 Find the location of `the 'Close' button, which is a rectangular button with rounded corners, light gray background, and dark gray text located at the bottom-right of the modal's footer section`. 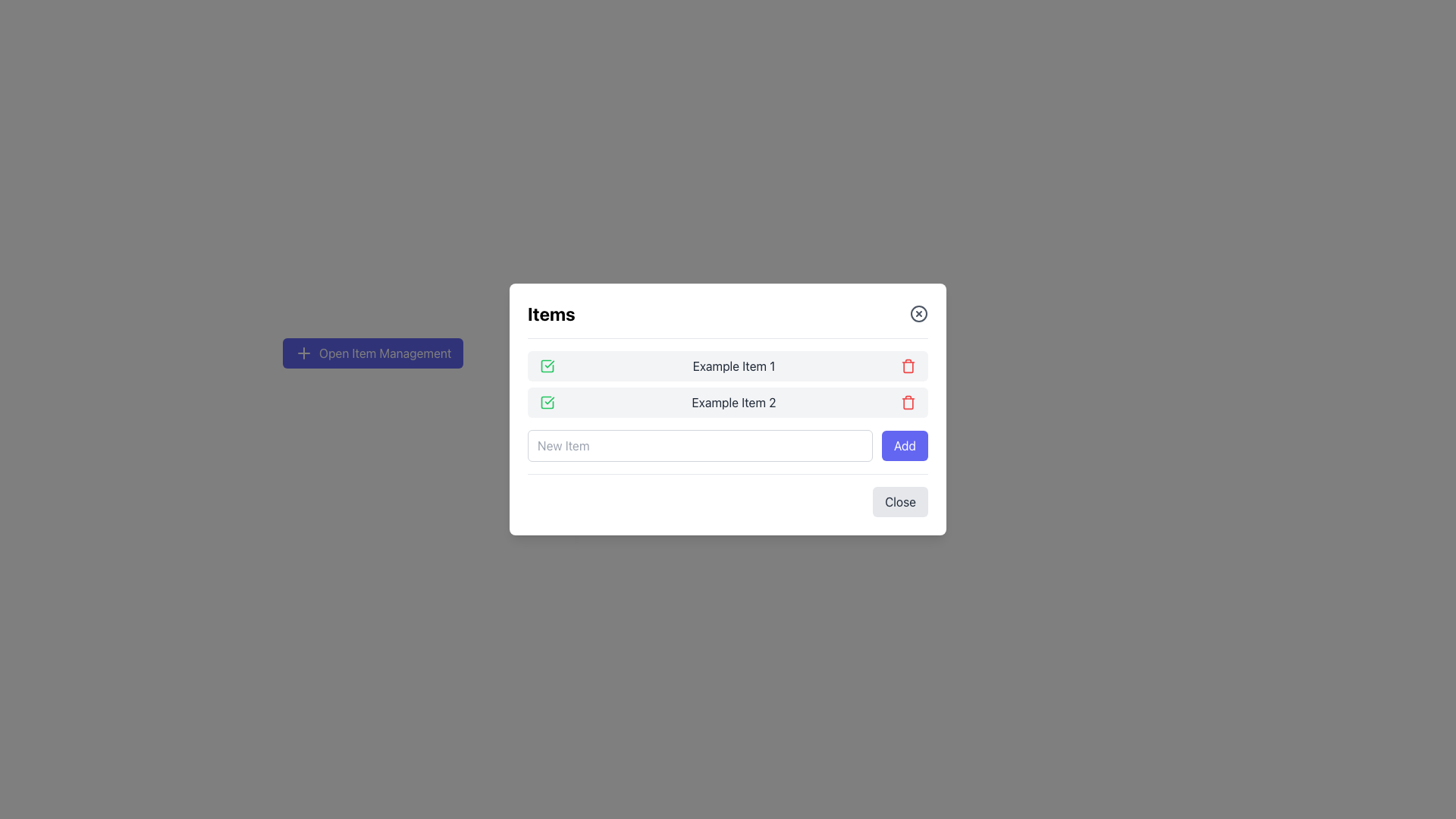

the 'Close' button, which is a rectangular button with rounded corners, light gray background, and dark gray text located at the bottom-right of the modal's footer section is located at coordinates (900, 502).